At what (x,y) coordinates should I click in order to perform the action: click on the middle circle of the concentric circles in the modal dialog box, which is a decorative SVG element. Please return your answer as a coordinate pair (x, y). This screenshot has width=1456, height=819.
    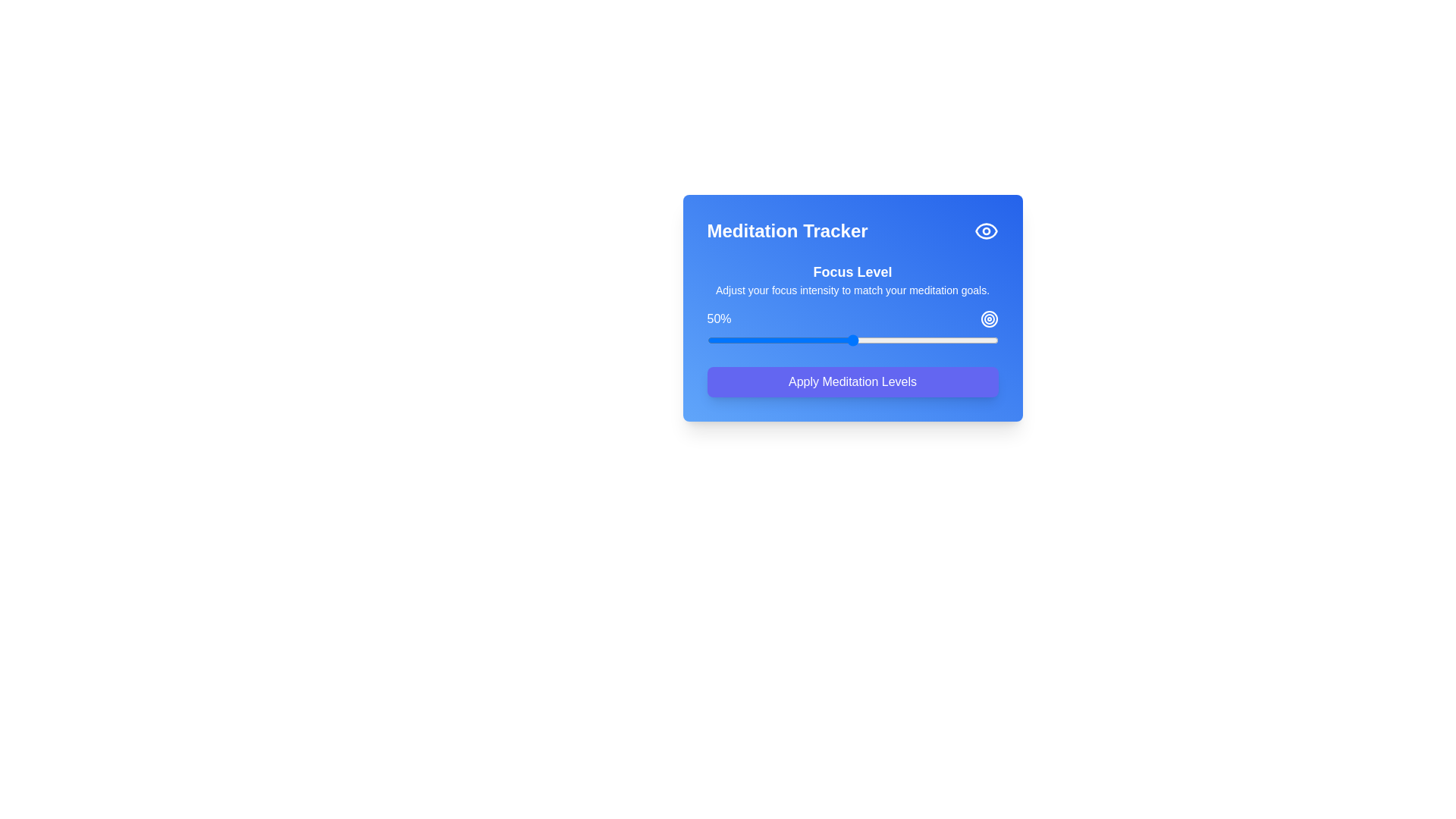
    Looking at the image, I should click on (989, 318).